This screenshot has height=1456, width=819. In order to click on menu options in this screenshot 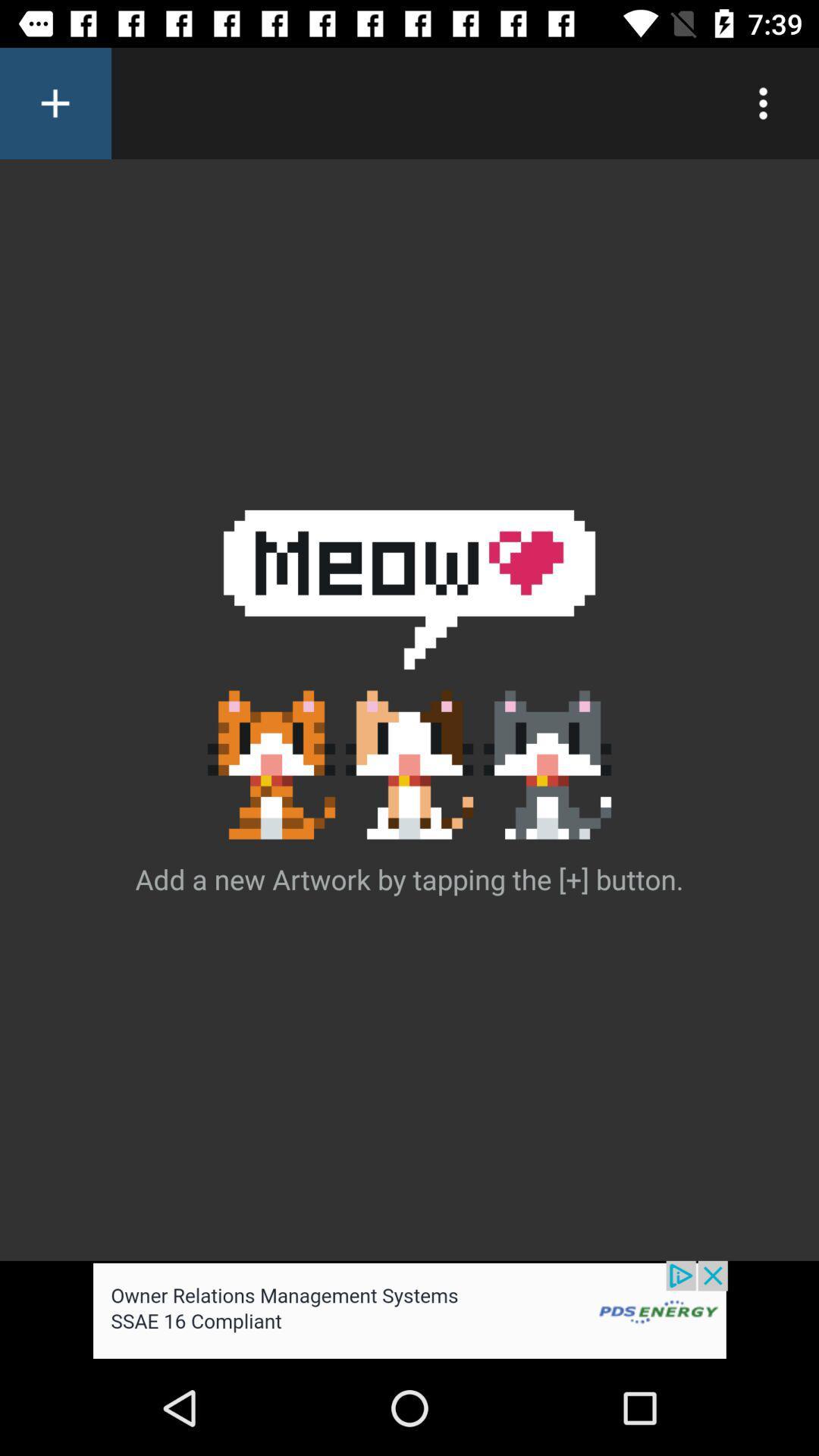, I will do `click(763, 102)`.